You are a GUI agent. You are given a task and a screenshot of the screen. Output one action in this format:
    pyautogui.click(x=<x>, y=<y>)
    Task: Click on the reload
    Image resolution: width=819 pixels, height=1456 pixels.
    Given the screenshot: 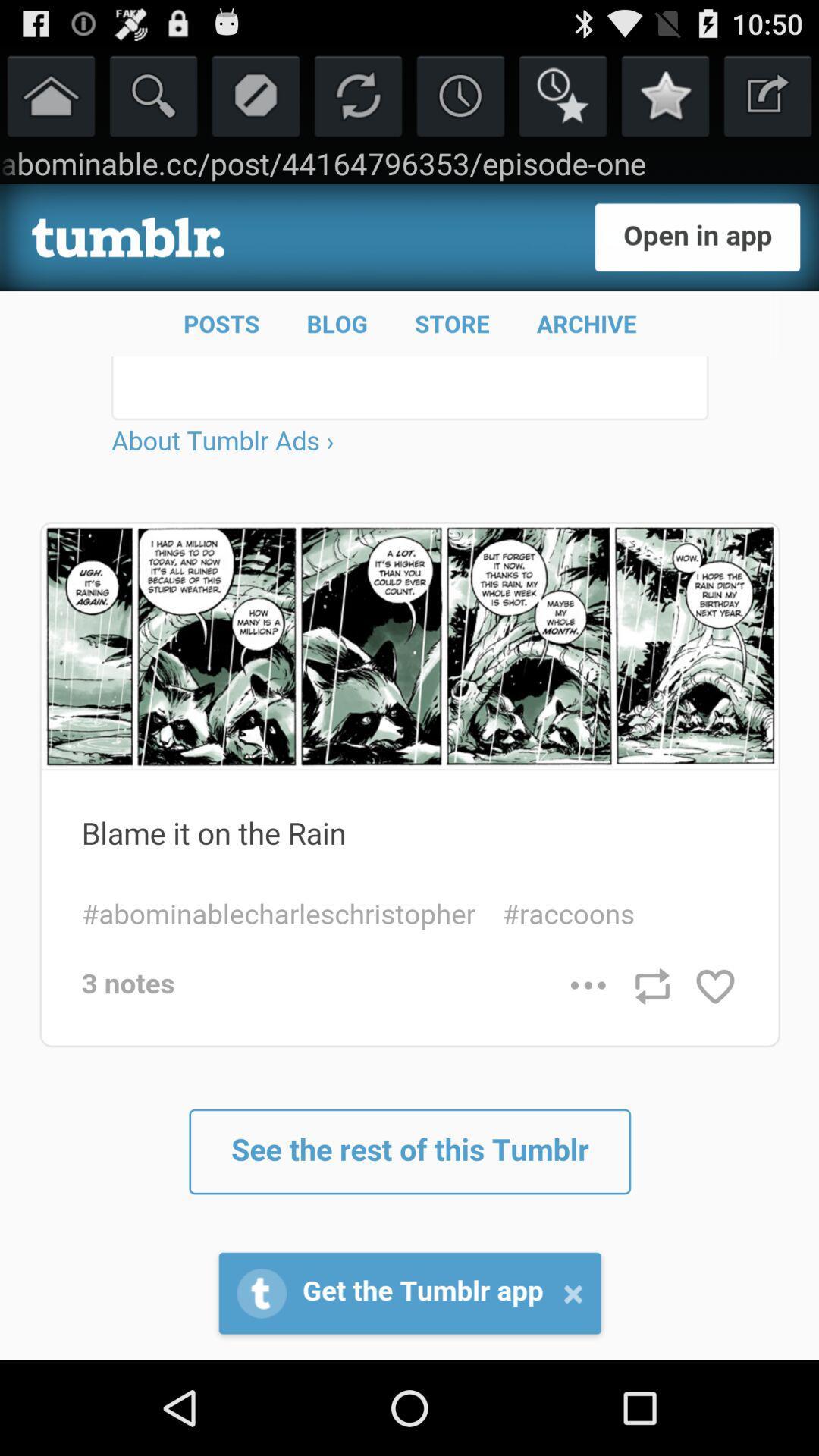 What is the action you would take?
    pyautogui.click(x=358, y=94)
    